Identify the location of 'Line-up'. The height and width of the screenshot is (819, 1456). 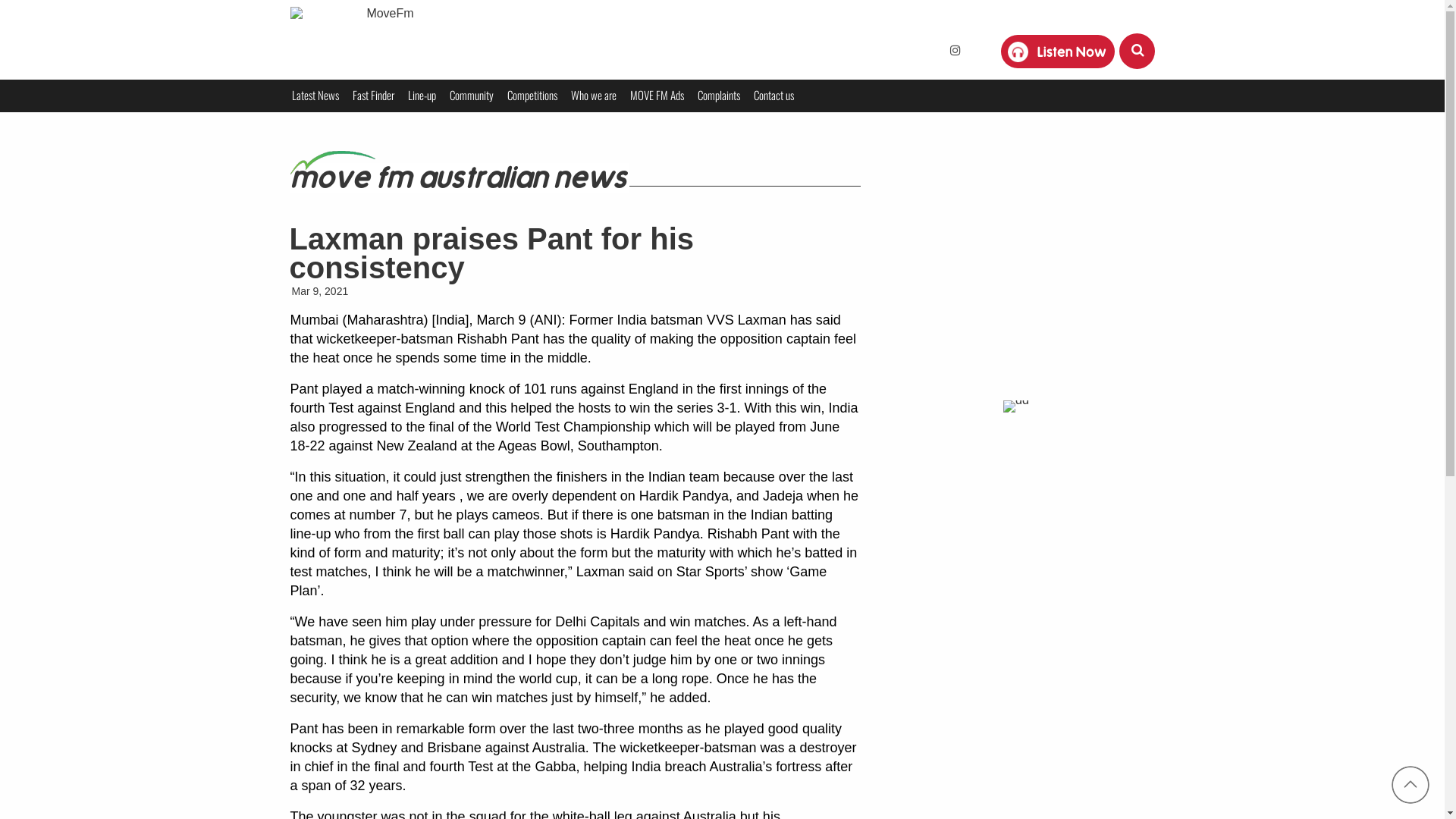
(400, 96).